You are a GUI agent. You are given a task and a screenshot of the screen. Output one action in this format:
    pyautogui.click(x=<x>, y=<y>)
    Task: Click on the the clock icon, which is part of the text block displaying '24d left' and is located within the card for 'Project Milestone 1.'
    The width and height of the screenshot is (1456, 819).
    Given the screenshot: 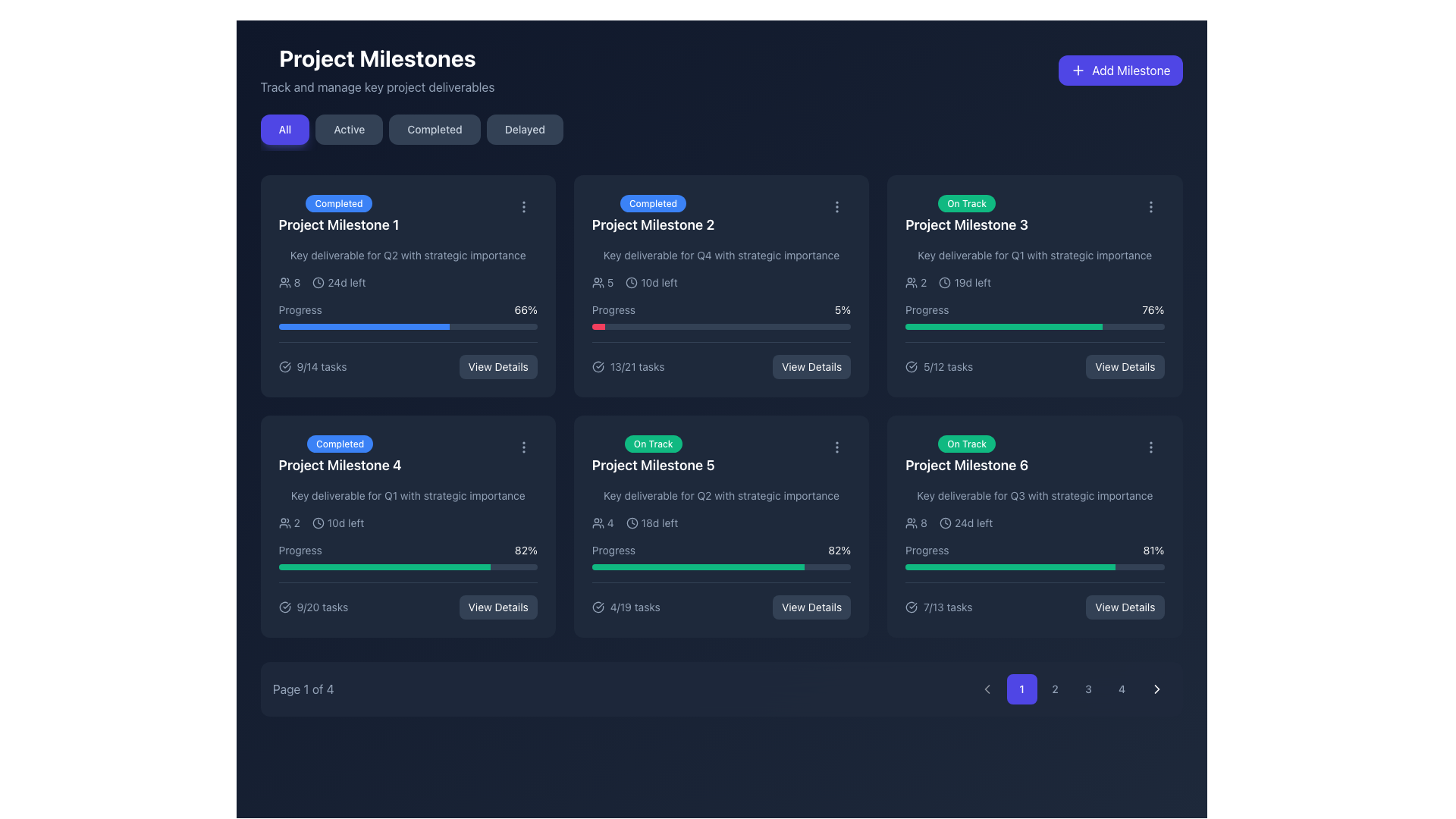 What is the action you would take?
    pyautogui.click(x=318, y=283)
    